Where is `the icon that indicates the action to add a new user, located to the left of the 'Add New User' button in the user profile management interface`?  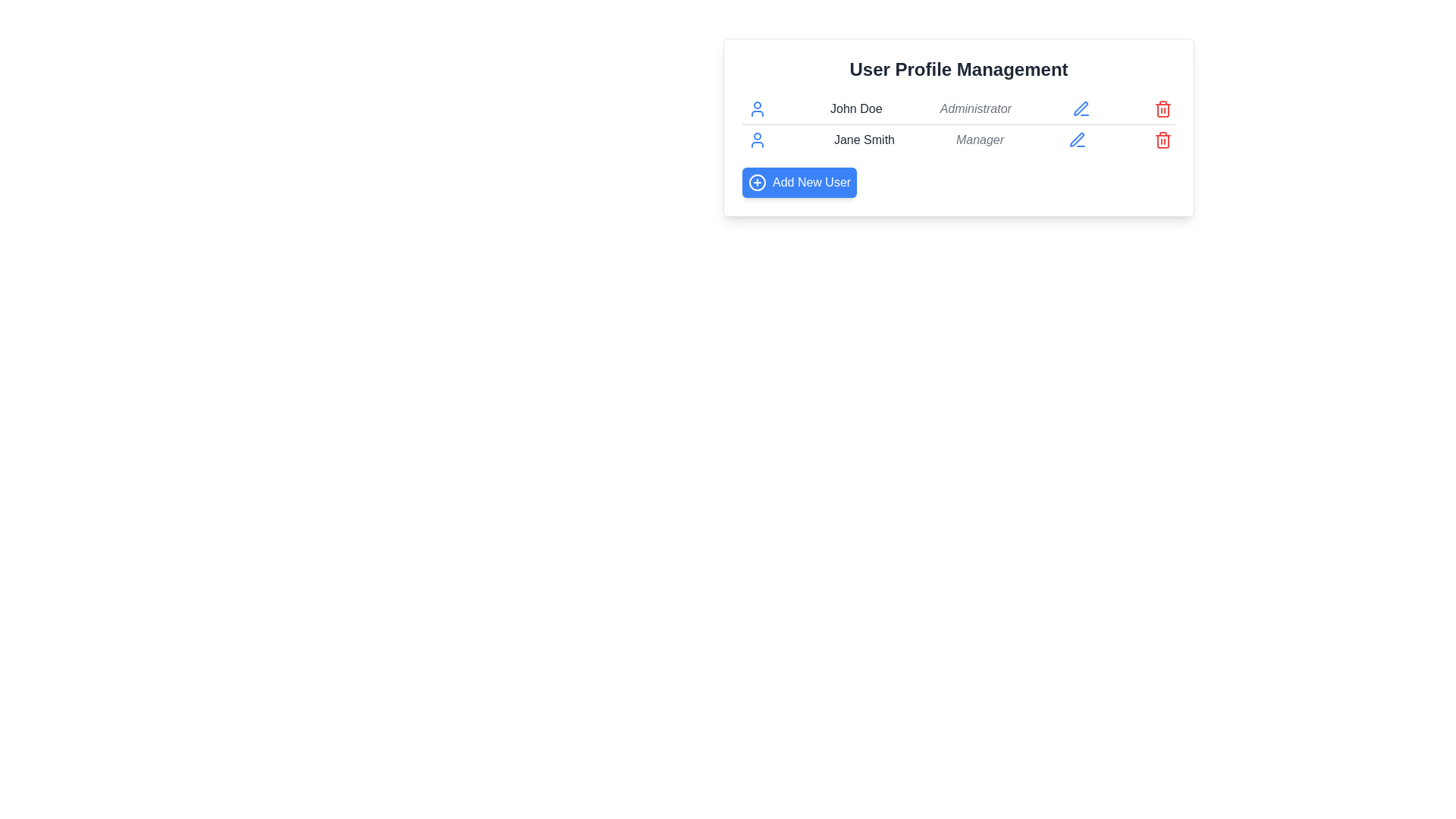
the icon that indicates the action to add a new user, located to the left of the 'Add New User' button in the user profile management interface is located at coordinates (757, 181).